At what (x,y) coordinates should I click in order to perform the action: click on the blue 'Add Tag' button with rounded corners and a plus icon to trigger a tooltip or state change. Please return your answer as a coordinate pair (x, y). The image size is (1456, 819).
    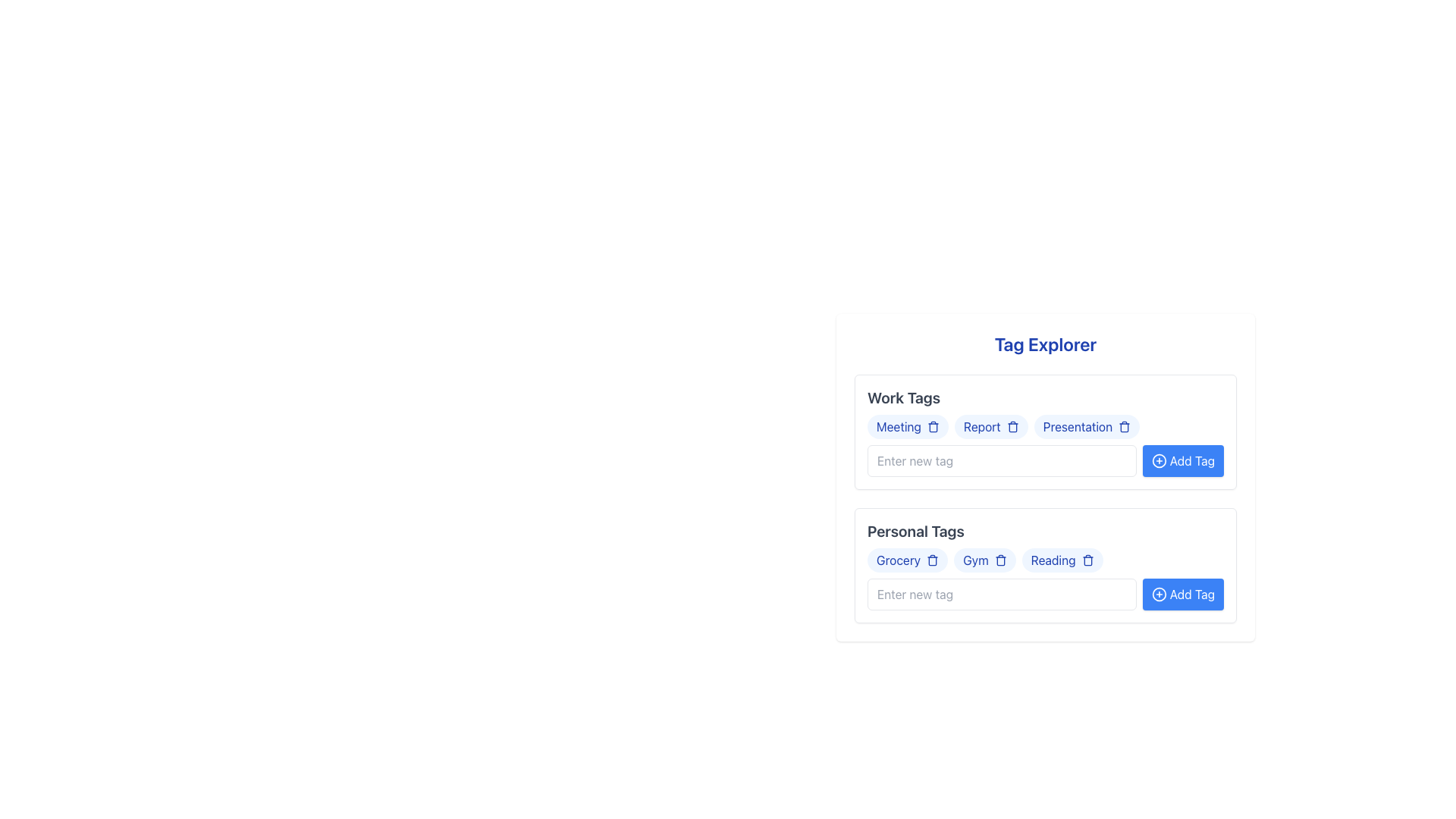
    Looking at the image, I should click on (1182, 593).